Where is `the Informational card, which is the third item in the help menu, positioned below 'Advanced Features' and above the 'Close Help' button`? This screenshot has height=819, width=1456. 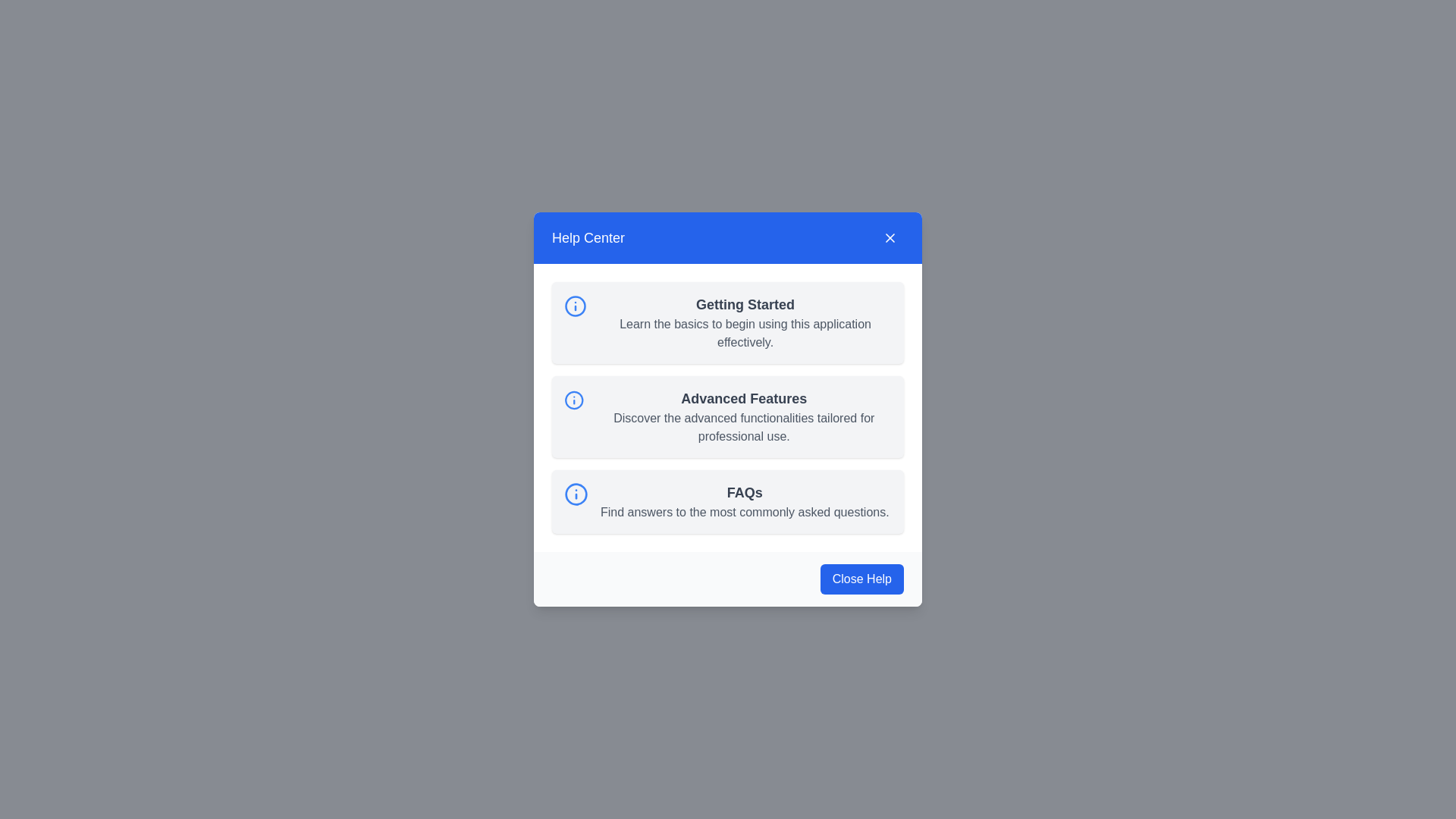 the Informational card, which is the third item in the help menu, positioned below 'Advanced Features' and above the 'Close Help' button is located at coordinates (728, 502).